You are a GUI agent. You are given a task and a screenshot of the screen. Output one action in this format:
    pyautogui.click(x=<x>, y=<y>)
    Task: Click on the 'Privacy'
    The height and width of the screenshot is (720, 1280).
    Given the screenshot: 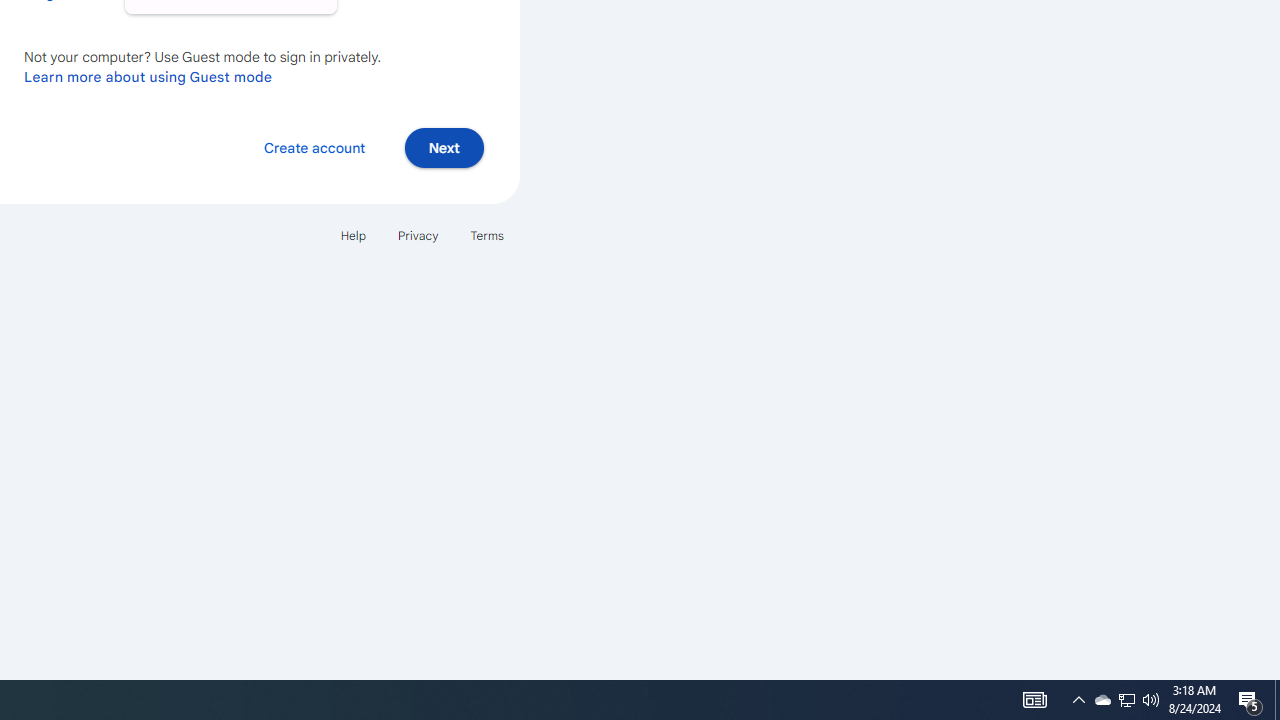 What is the action you would take?
    pyautogui.click(x=416, y=234)
    